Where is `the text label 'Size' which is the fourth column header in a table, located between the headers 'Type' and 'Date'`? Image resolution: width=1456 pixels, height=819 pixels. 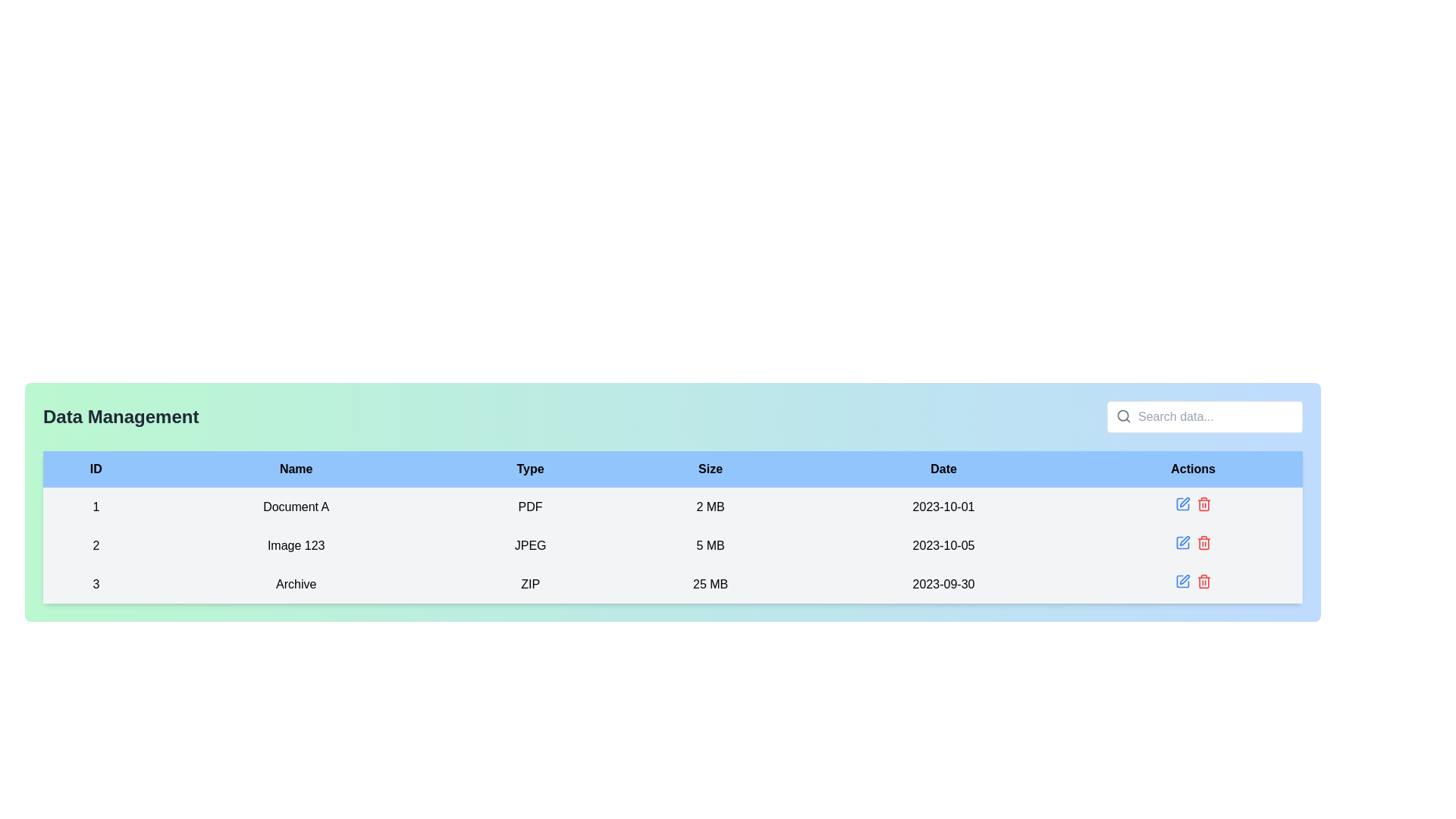 the text label 'Size' which is the fourth column header in a table, located between the headers 'Type' and 'Date' is located at coordinates (710, 468).